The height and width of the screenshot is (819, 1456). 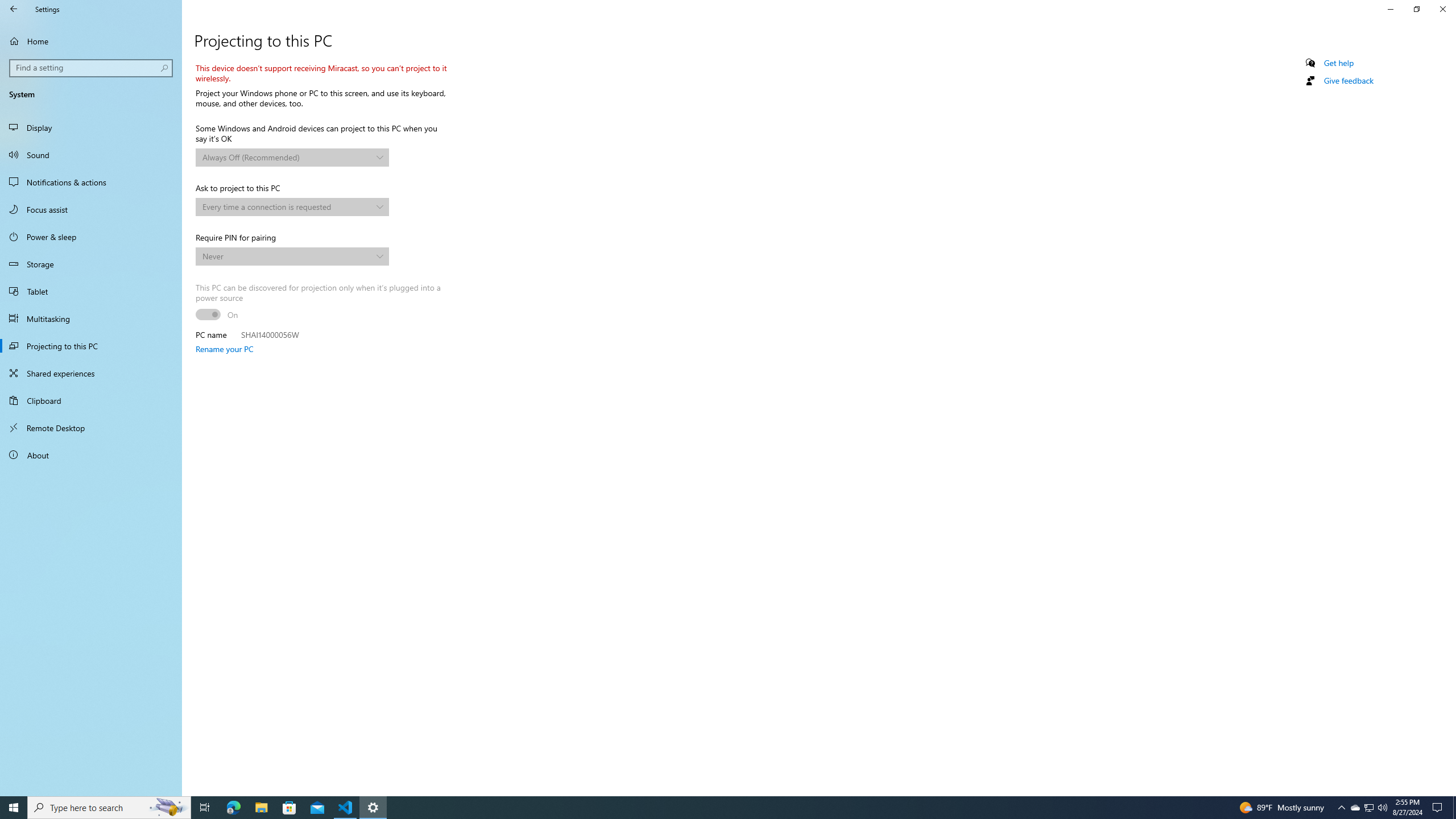 What do you see at coordinates (90, 372) in the screenshot?
I see `'Shared experiences'` at bounding box center [90, 372].